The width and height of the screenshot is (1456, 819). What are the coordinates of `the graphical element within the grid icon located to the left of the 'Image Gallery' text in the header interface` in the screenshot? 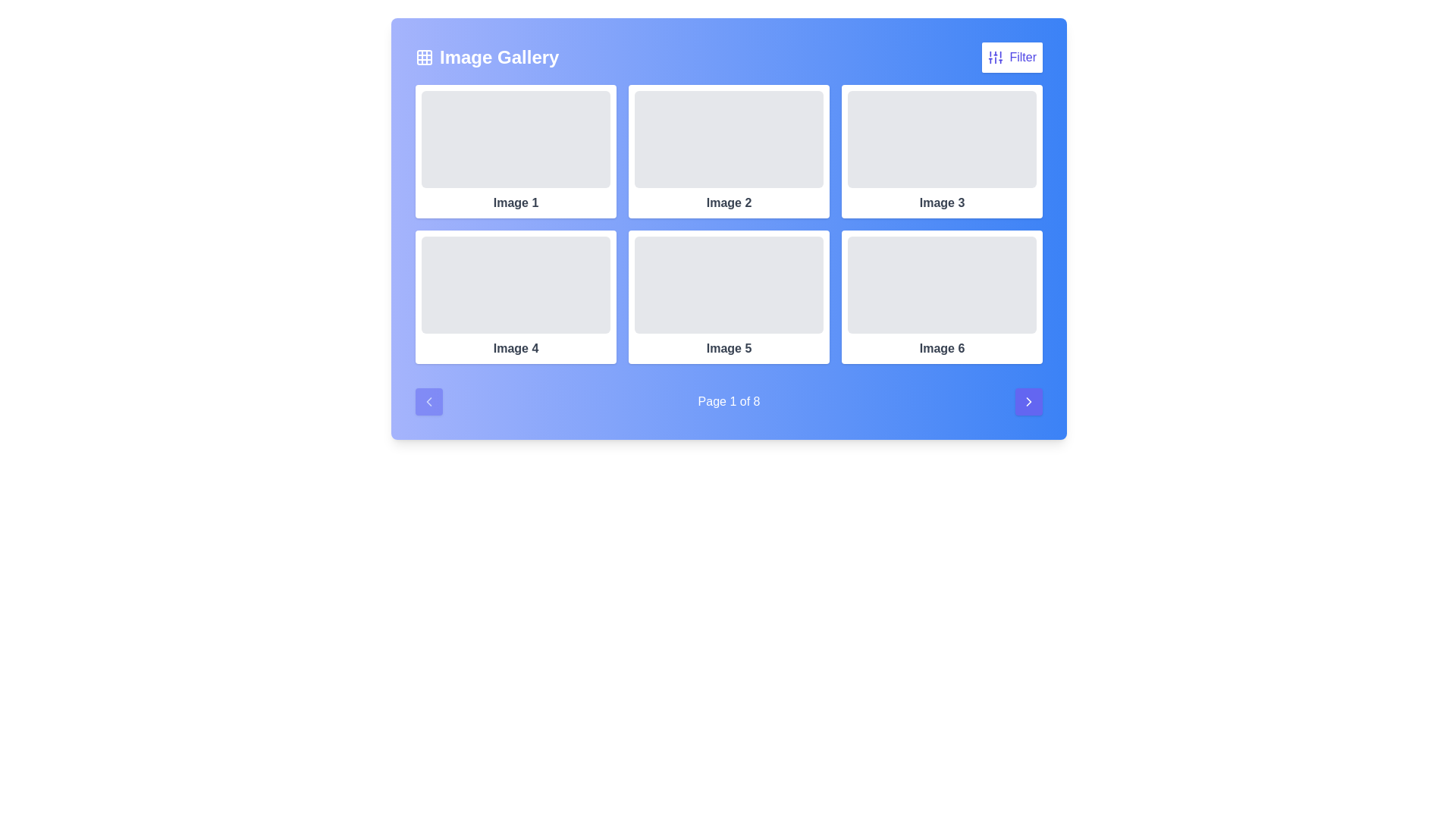 It's located at (425, 57).